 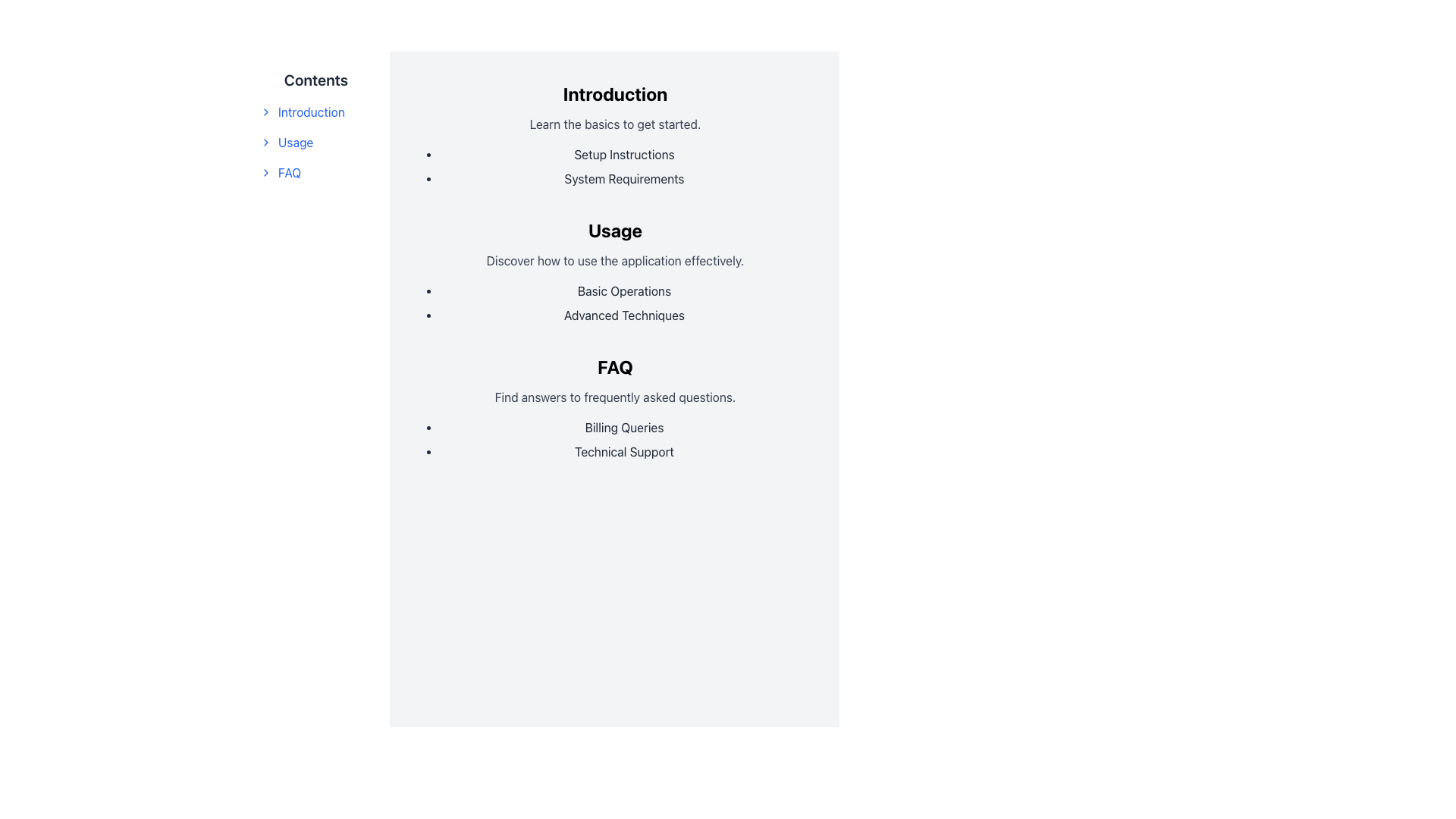 What do you see at coordinates (615, 303) in the screenshot?
I see `the bulleted list entries 'Basic Operations' and 'Advanced Techniques' located under the 'Usage' header to potentially see additional information or a tooltip` at bounding box center [615, 303].